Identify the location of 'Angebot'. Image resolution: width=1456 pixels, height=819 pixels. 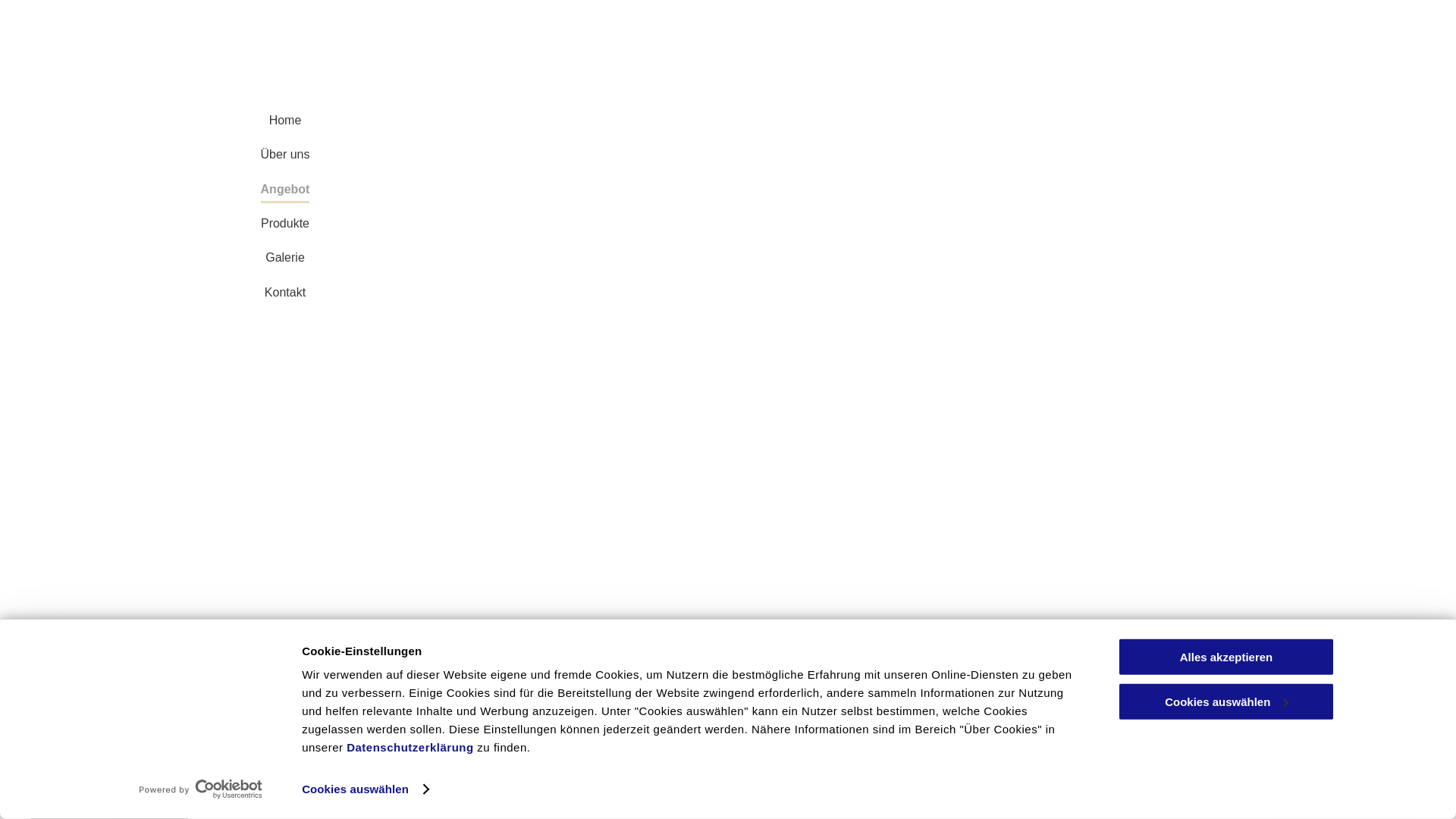
(686, 725).